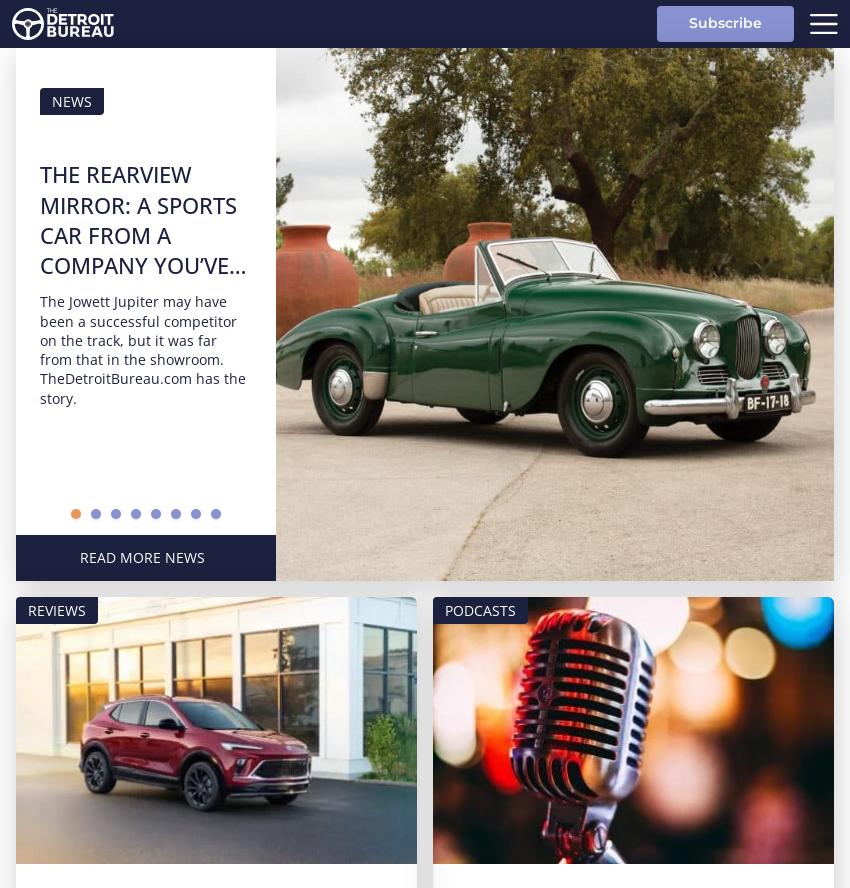 The width and height of the screenshot is (850, 888). I want to click on 'READ MORE NEWS', so click(141, 557).